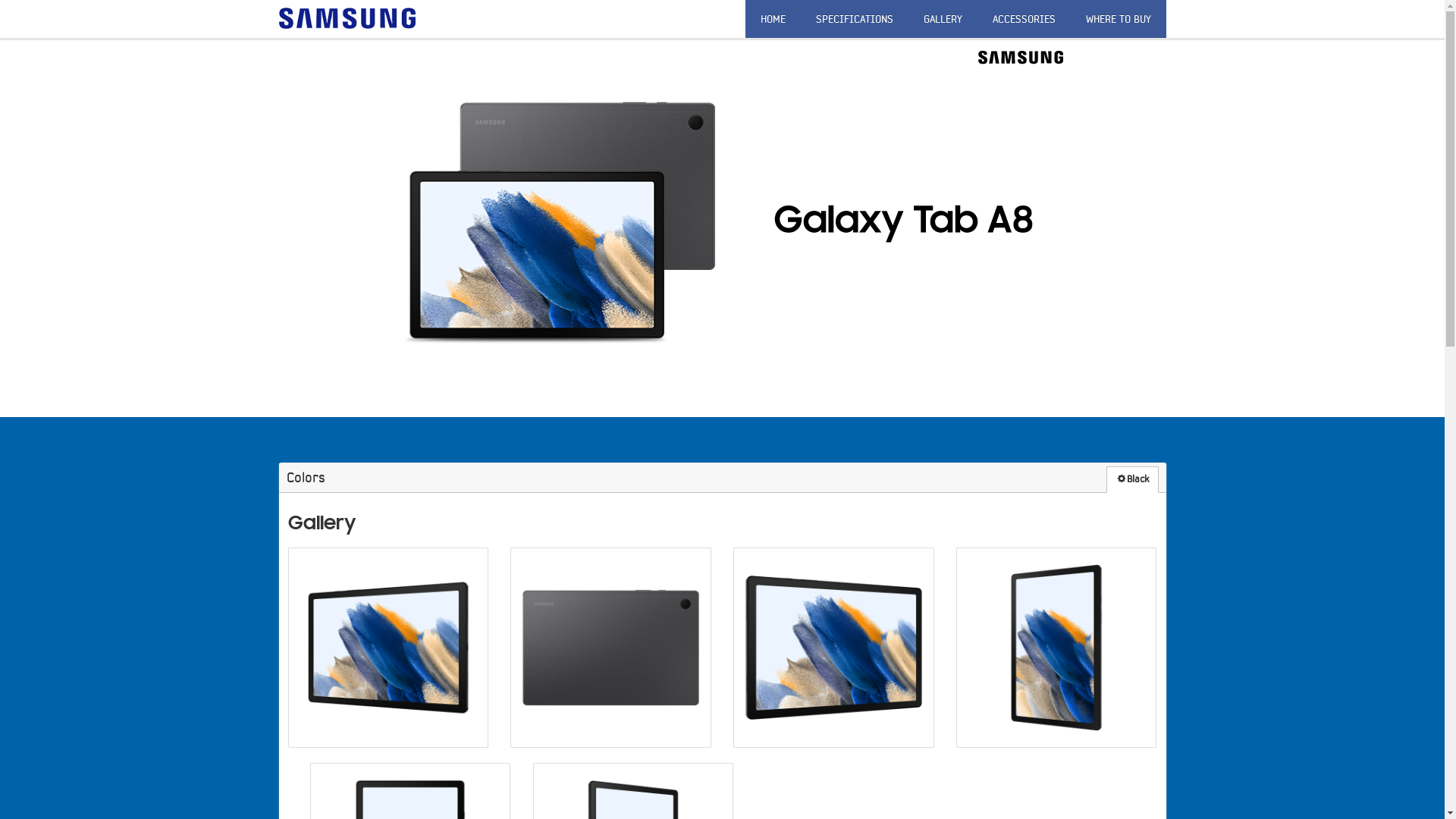 The image size is (1456, 819). Describe the element at coordinates (772, 18) in the screenshot. I see `'HOME'` at that location.